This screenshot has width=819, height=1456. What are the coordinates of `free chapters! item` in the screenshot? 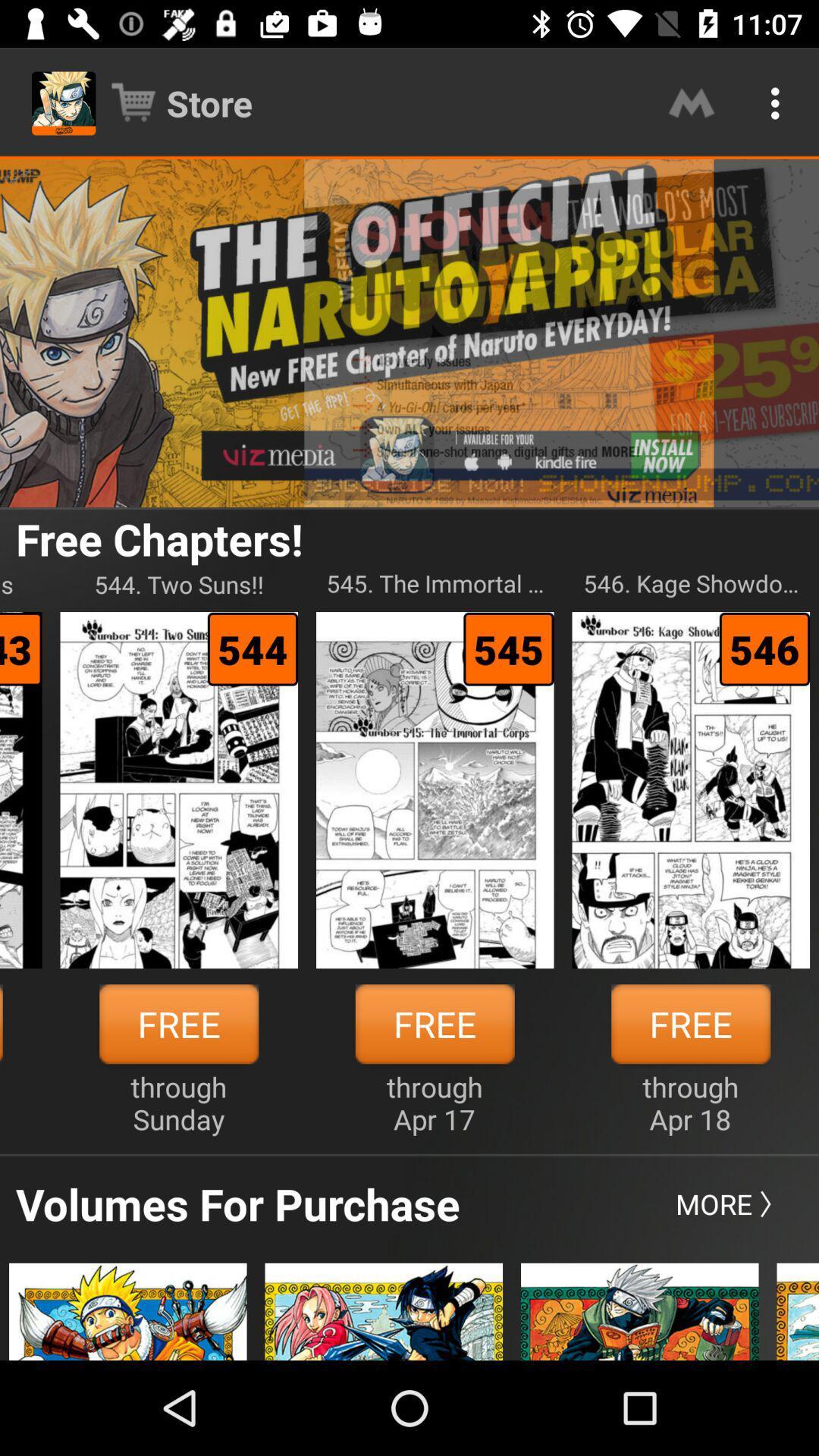 It's located at (159, 538).